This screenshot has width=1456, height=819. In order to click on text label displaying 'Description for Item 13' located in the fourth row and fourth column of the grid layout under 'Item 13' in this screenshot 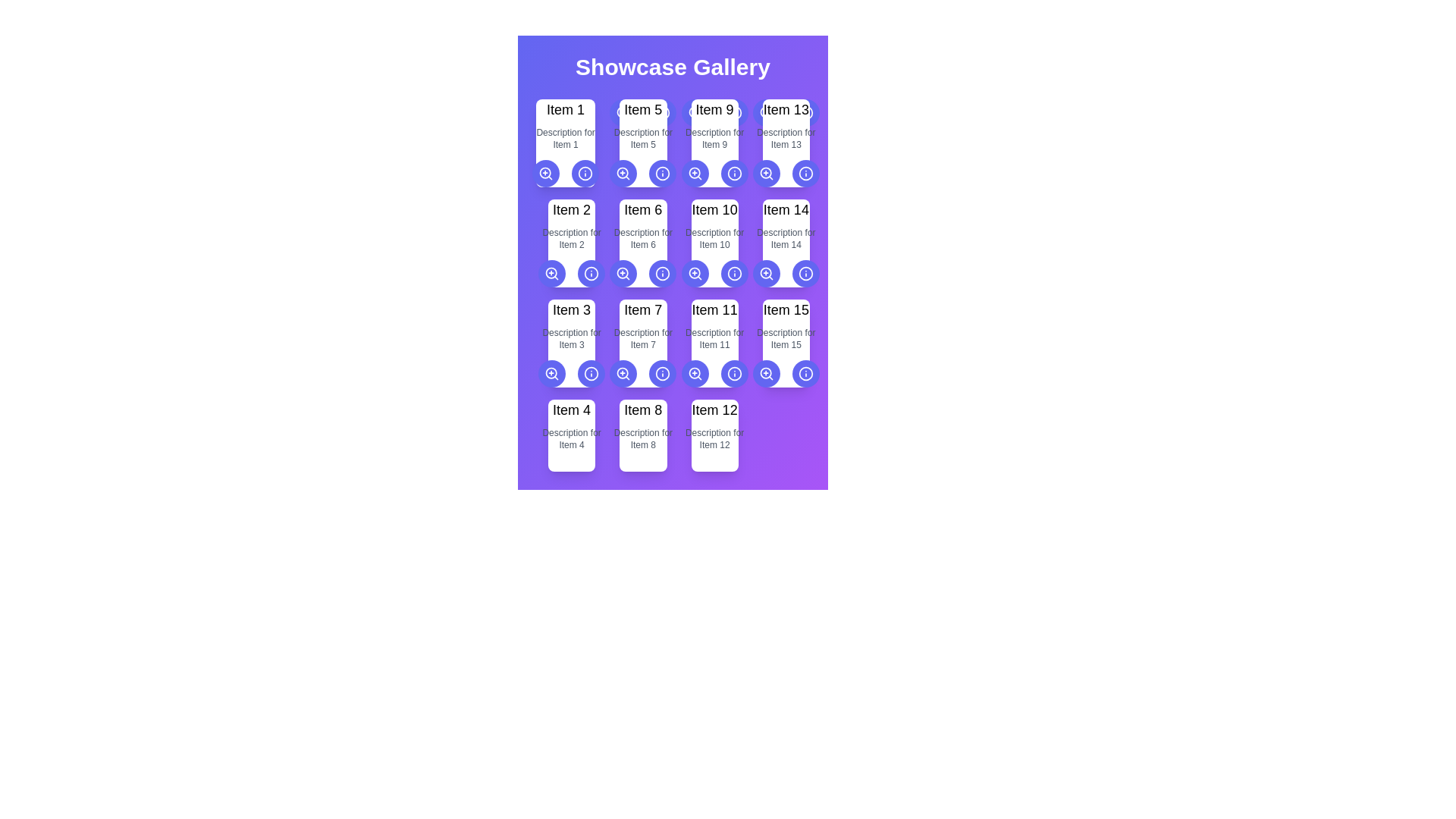, I will do `click(786, 138)`.